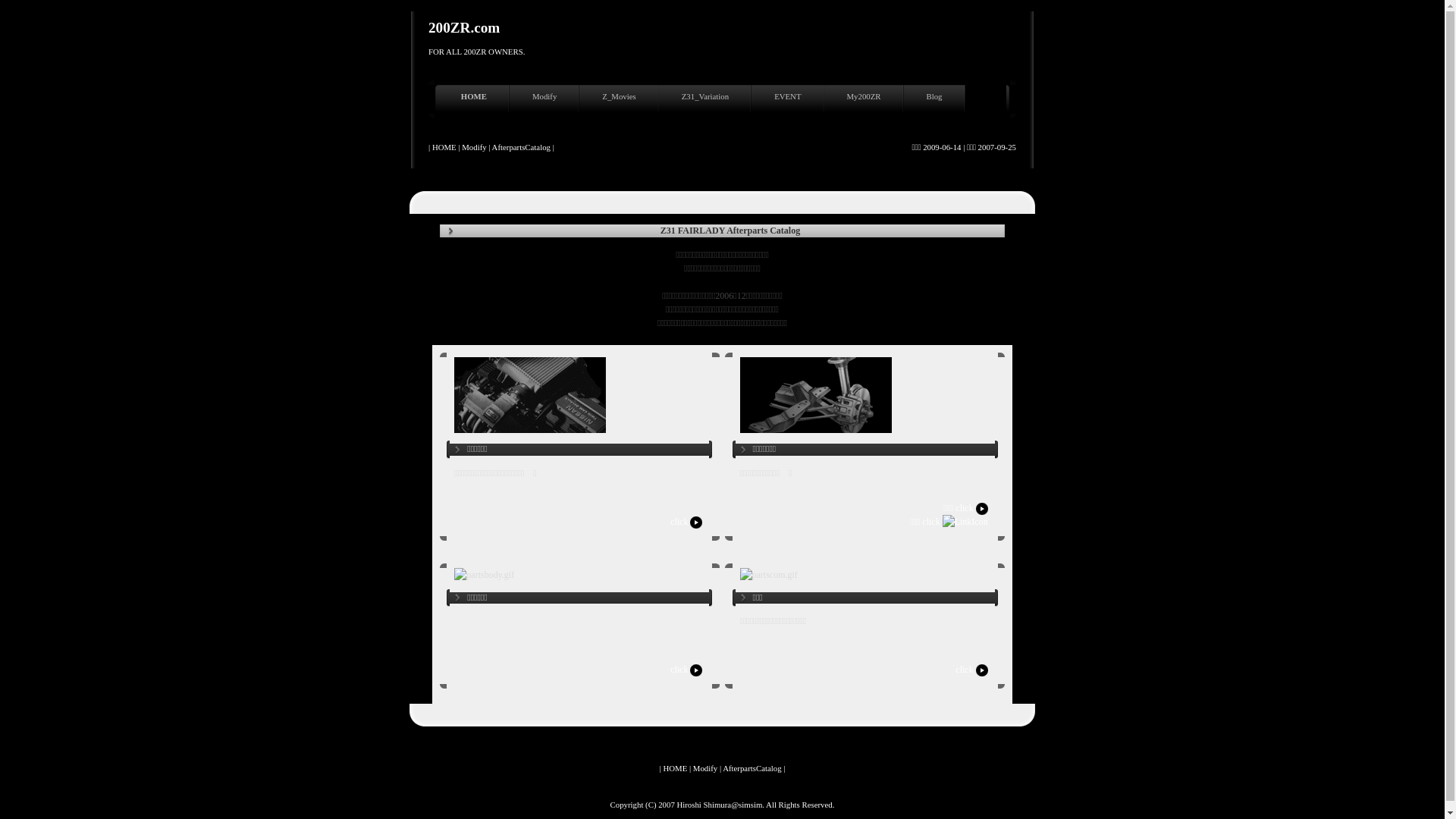 Image resolution: width=1456 pixels, height=819 pixels. I want to click on 'click', so click(972, 669).